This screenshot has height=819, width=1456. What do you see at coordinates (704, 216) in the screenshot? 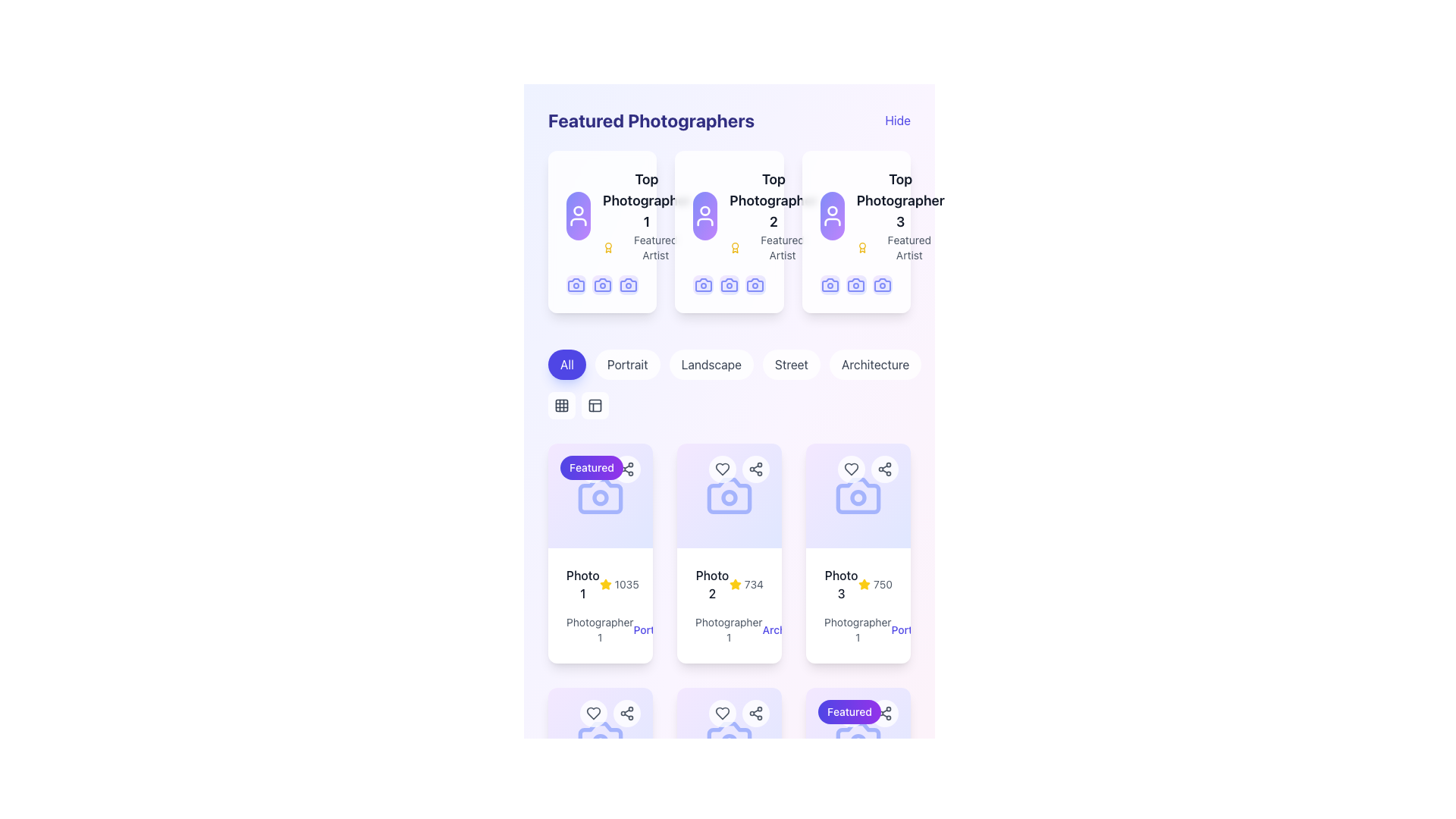
I see `the circular avatar placeholder with a gradient background and a white user icon, located at the center of the second card titled 'Top Photographer 2' under 'Featured Photographers'` at bounding box center [704, 216].